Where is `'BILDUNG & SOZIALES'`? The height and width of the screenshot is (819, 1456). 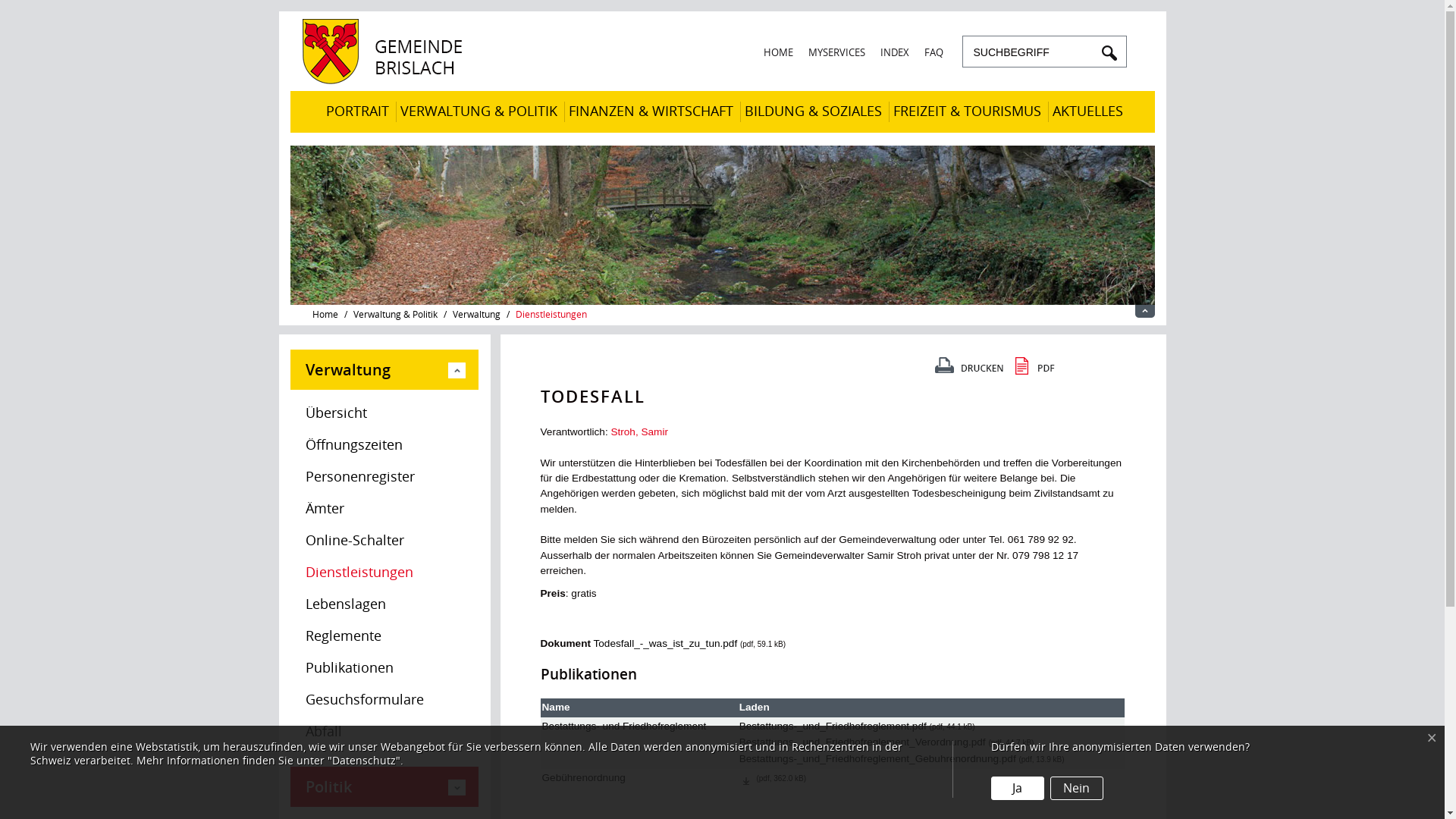
'BILDUNG & SOZIALES' is located at coordinates (812, 111).